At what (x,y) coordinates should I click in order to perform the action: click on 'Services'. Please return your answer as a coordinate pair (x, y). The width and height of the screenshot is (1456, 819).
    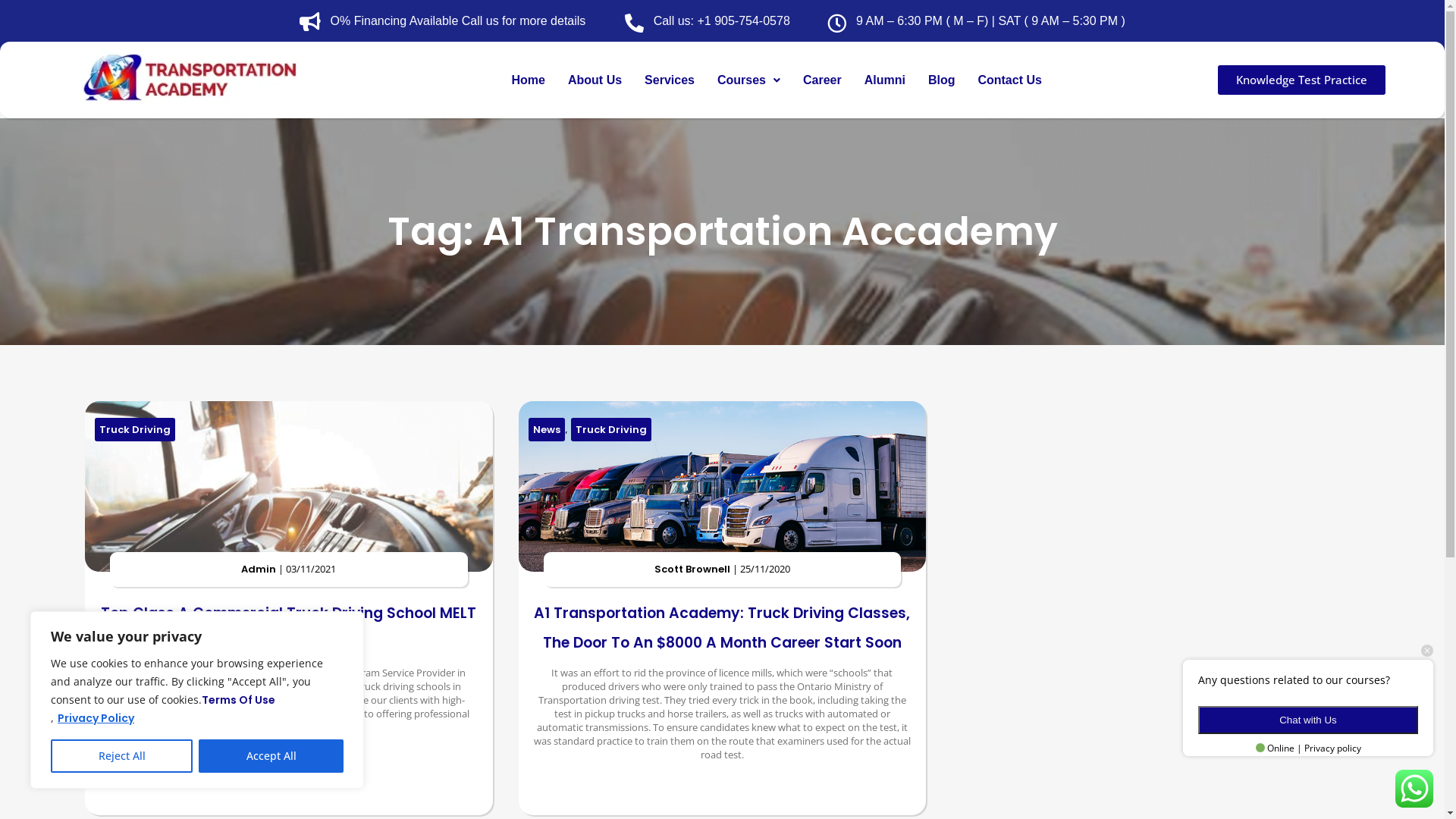
    Looking at the image, I should click on (633, 79).